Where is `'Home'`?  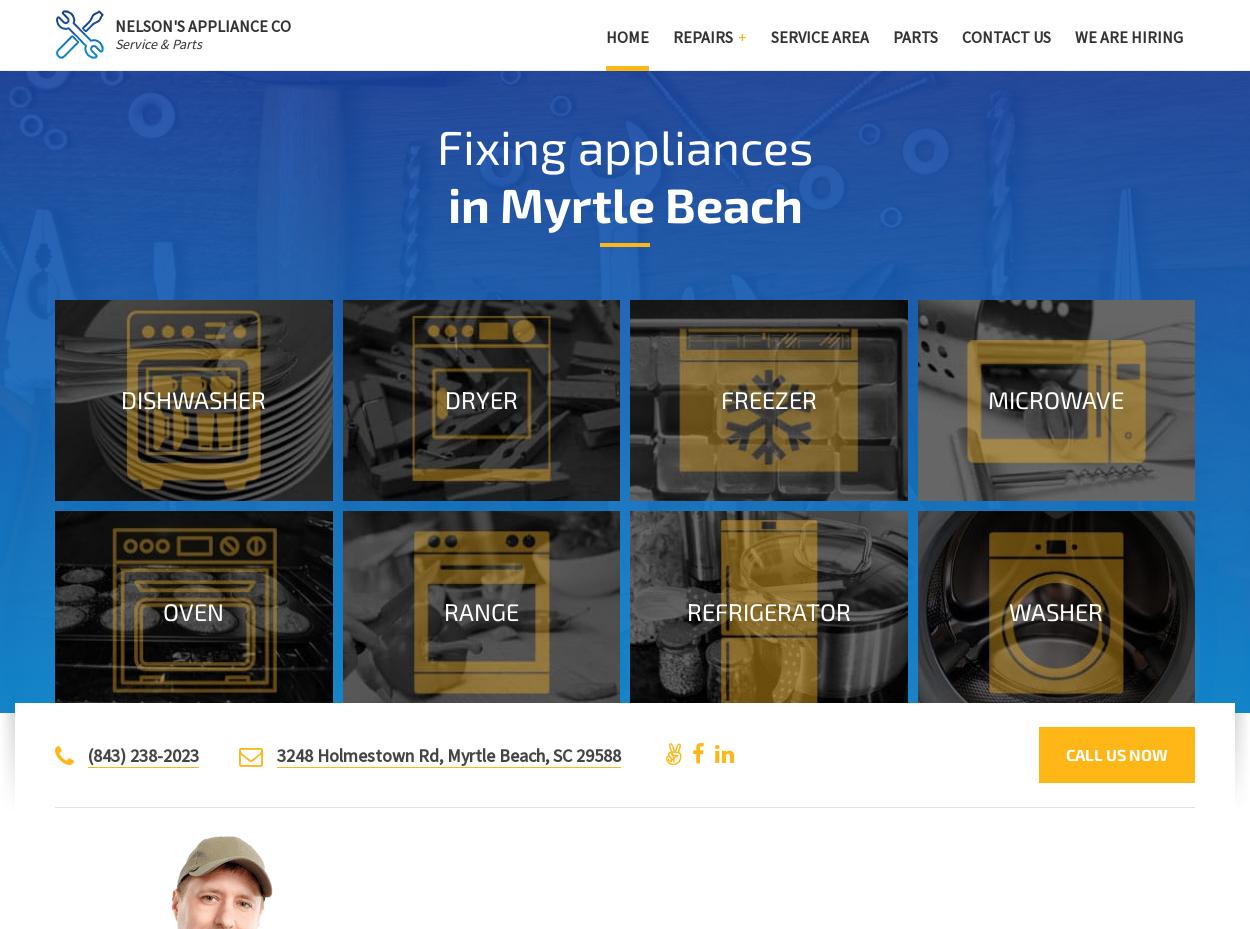 'Home' is located at coordinates (627, 35).